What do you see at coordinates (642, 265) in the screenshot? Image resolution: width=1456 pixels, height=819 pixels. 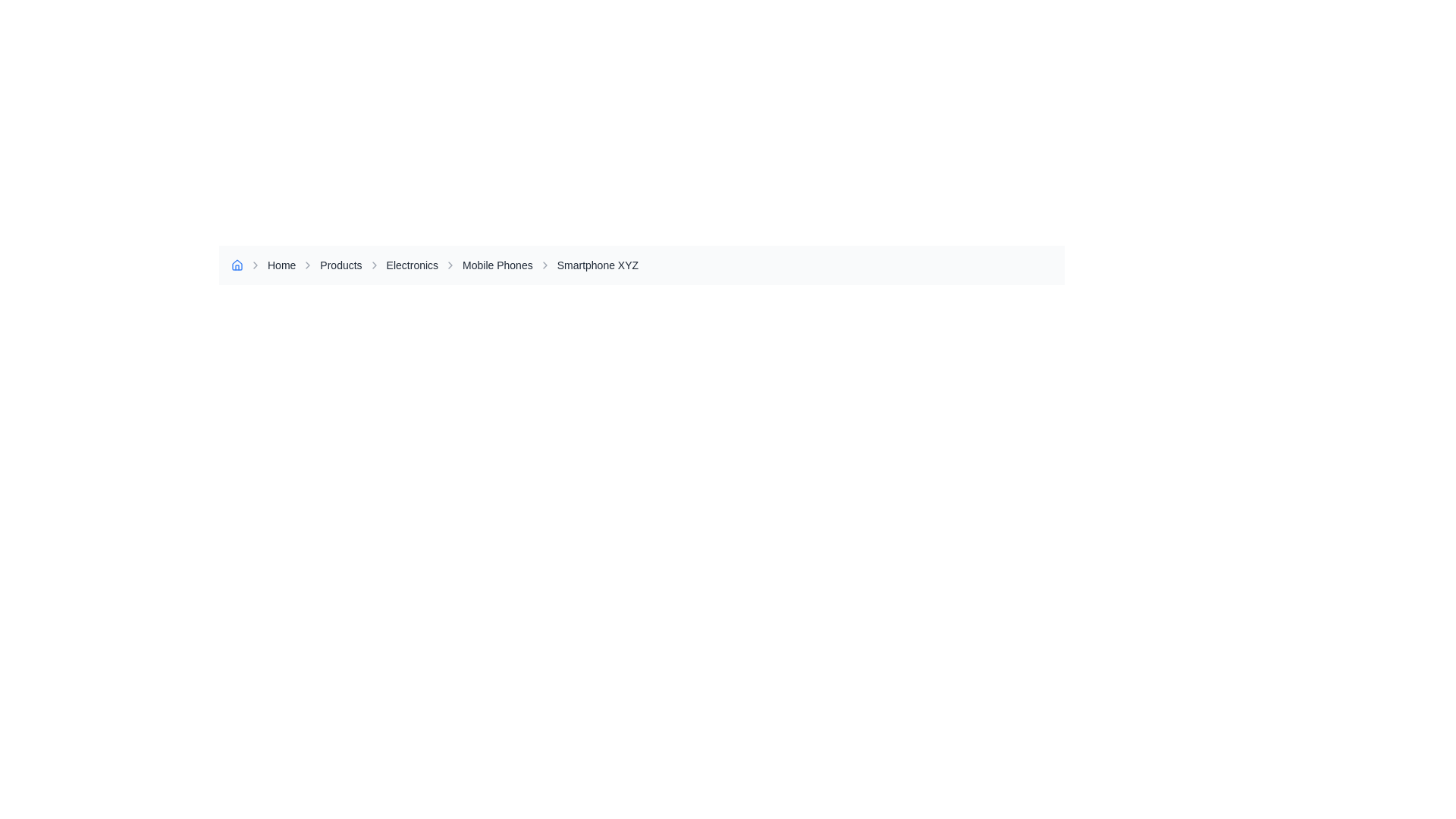 I see `the breadcrumb navigation element located at the upper central region of the interface` at bounding box center [642, 265].